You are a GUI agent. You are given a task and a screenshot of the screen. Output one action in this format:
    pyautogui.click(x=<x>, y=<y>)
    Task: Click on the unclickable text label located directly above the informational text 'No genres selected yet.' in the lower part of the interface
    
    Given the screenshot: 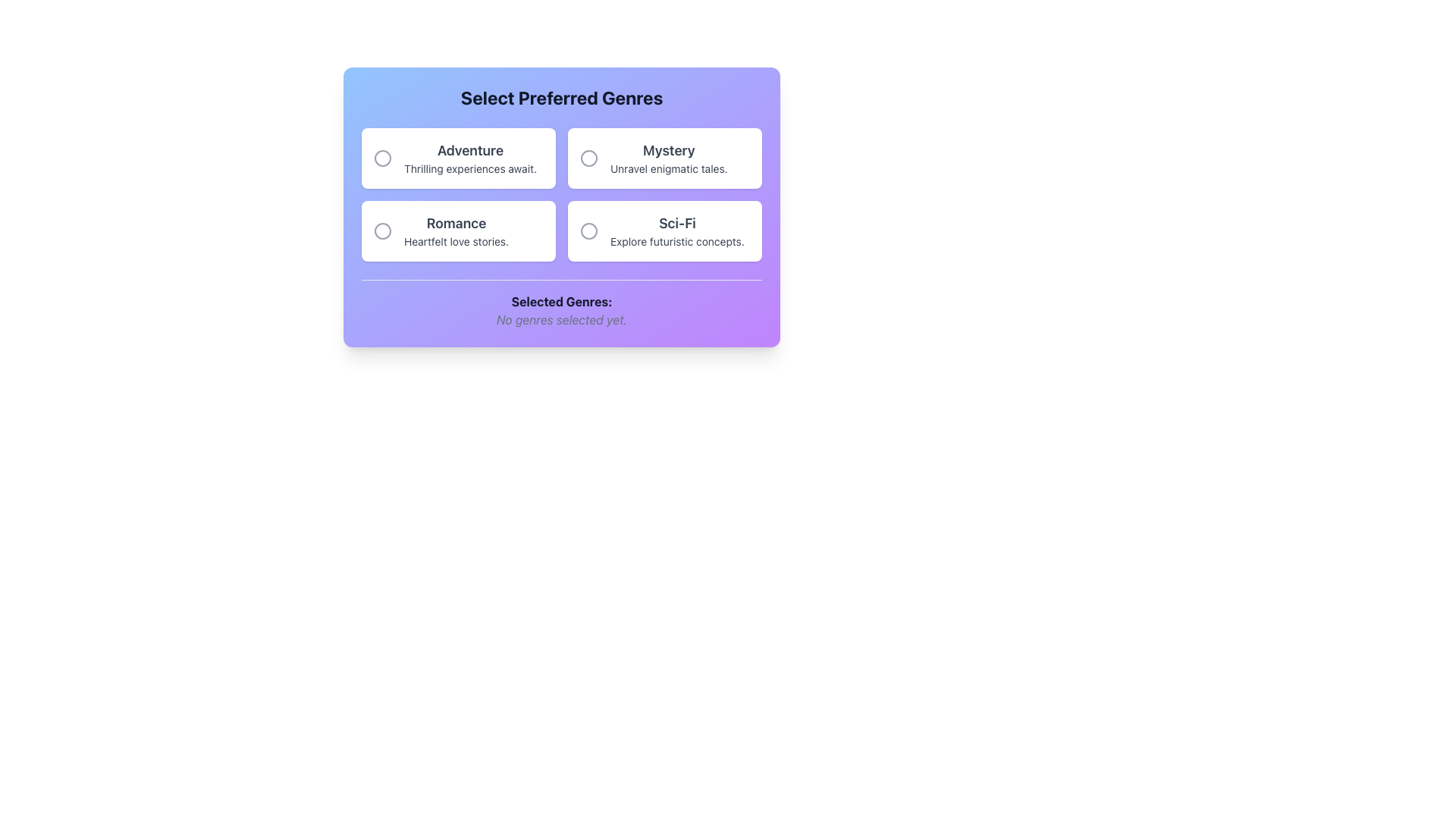 What is the action you would take?
    pyautogui.click(x=560, y=301)
    